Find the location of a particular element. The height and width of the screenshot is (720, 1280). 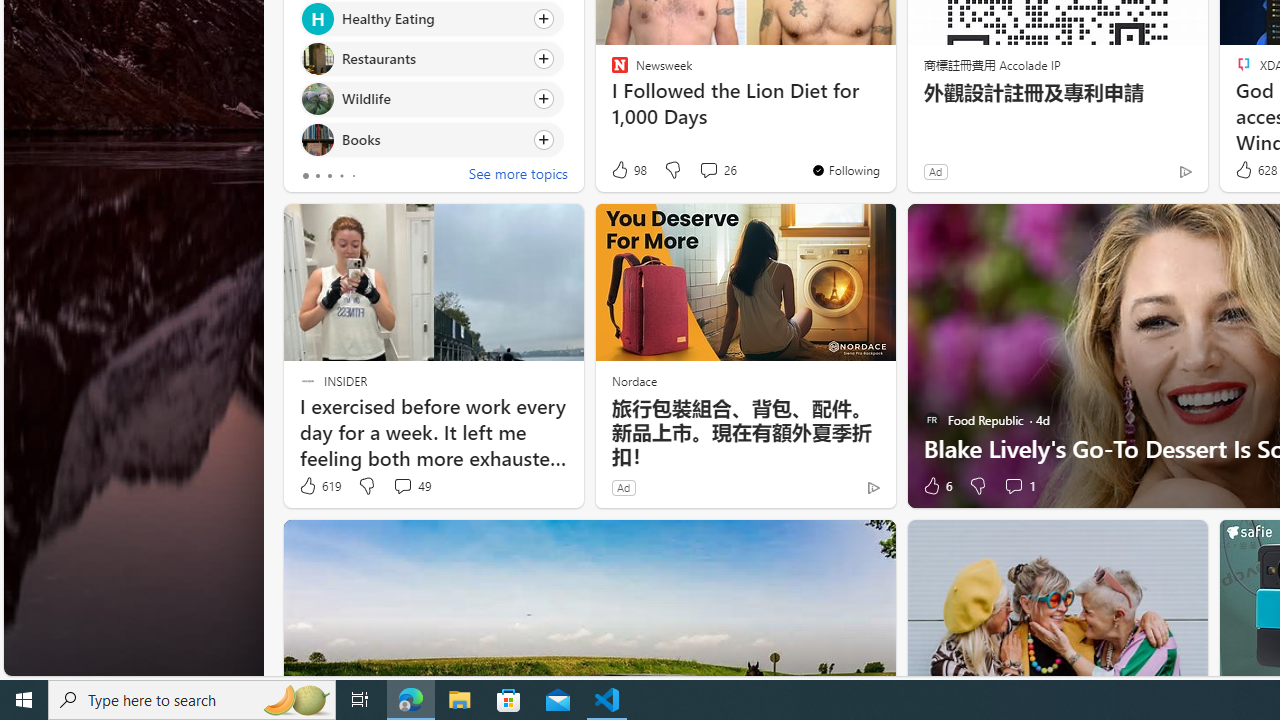

'Wildlife' is located at coordinates (316, 99).